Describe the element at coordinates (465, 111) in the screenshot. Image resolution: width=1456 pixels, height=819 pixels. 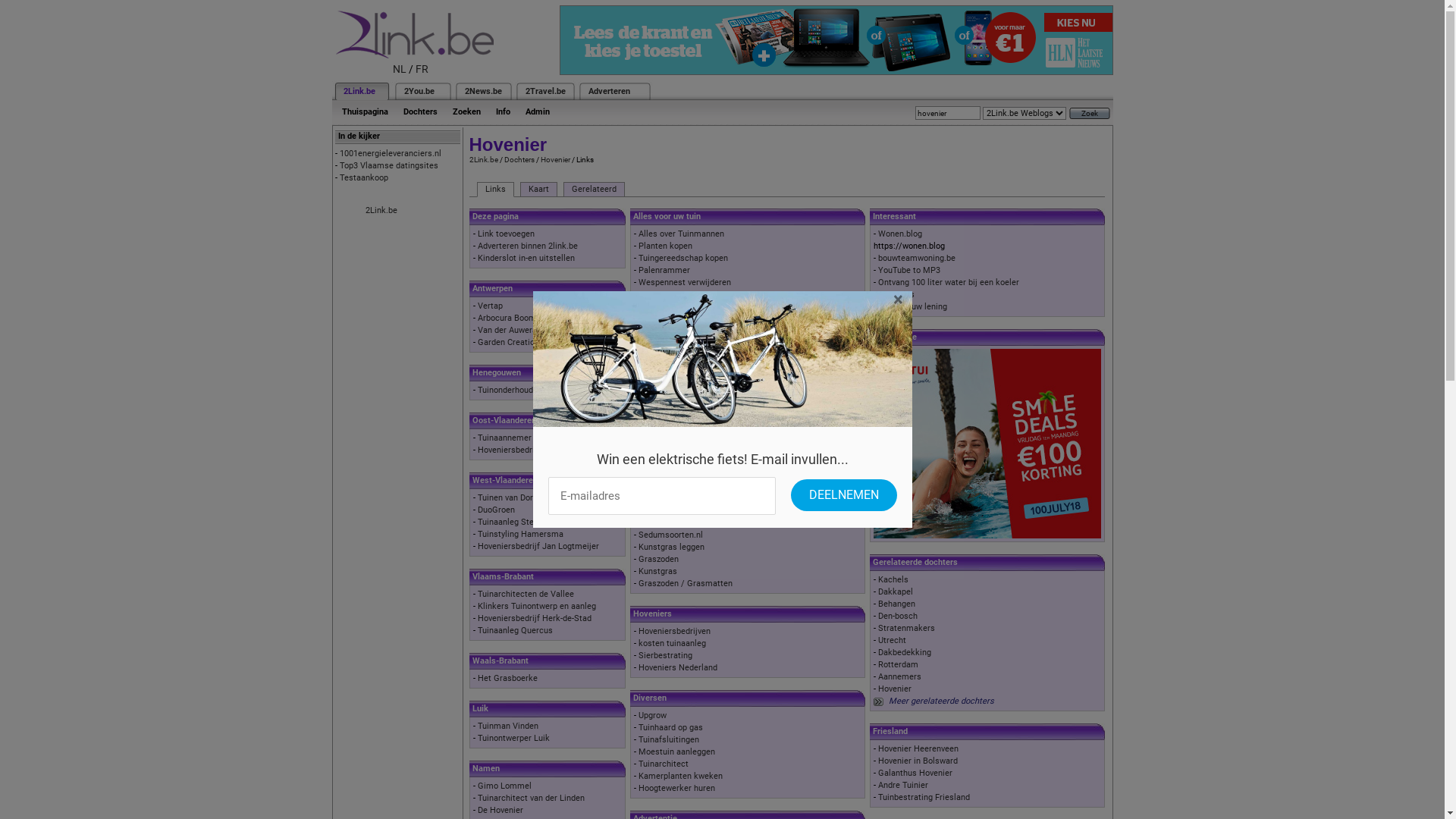
I see `'Zoeken'` at that location.